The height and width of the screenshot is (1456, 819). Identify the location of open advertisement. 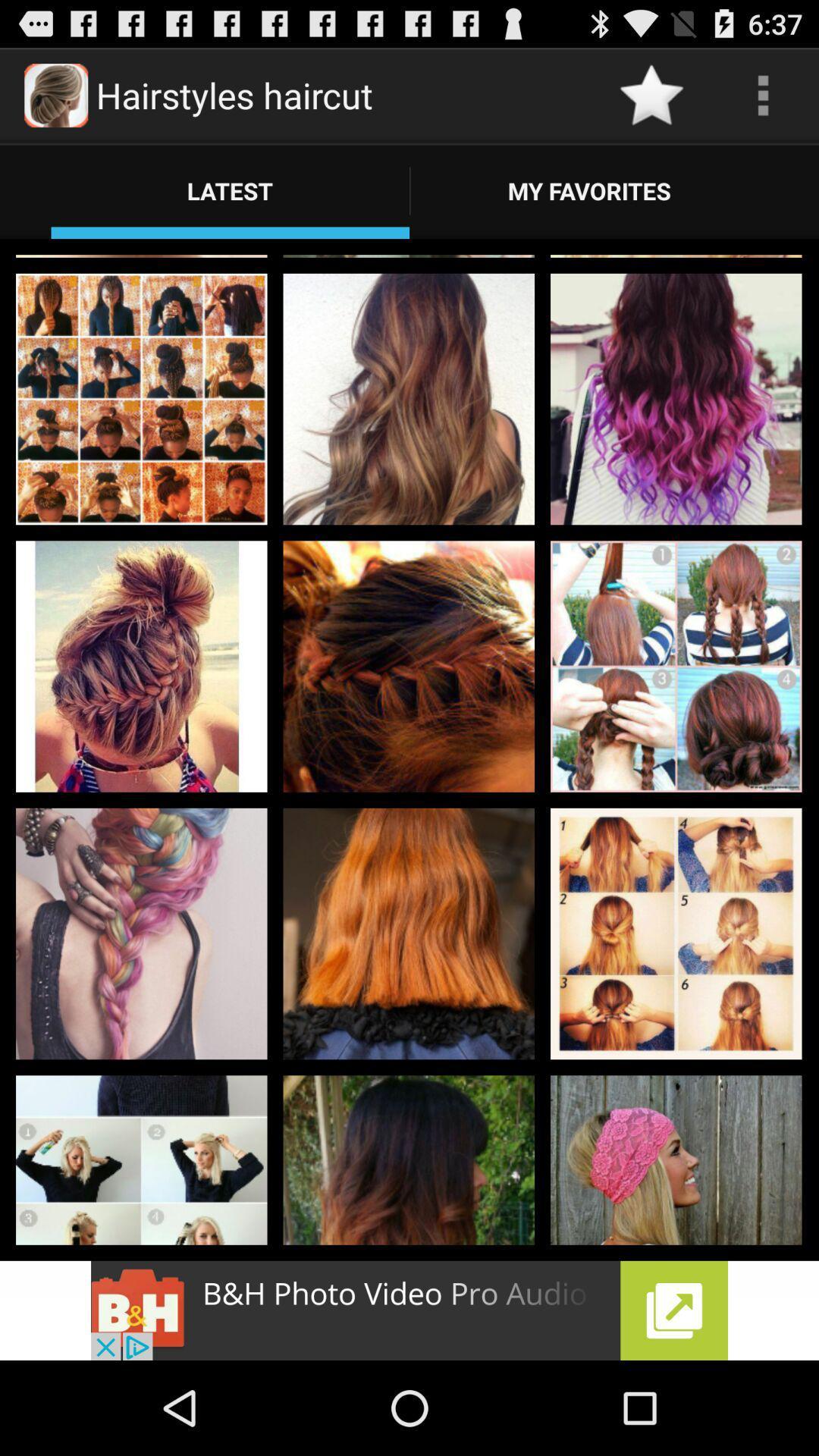
(409, 1310).